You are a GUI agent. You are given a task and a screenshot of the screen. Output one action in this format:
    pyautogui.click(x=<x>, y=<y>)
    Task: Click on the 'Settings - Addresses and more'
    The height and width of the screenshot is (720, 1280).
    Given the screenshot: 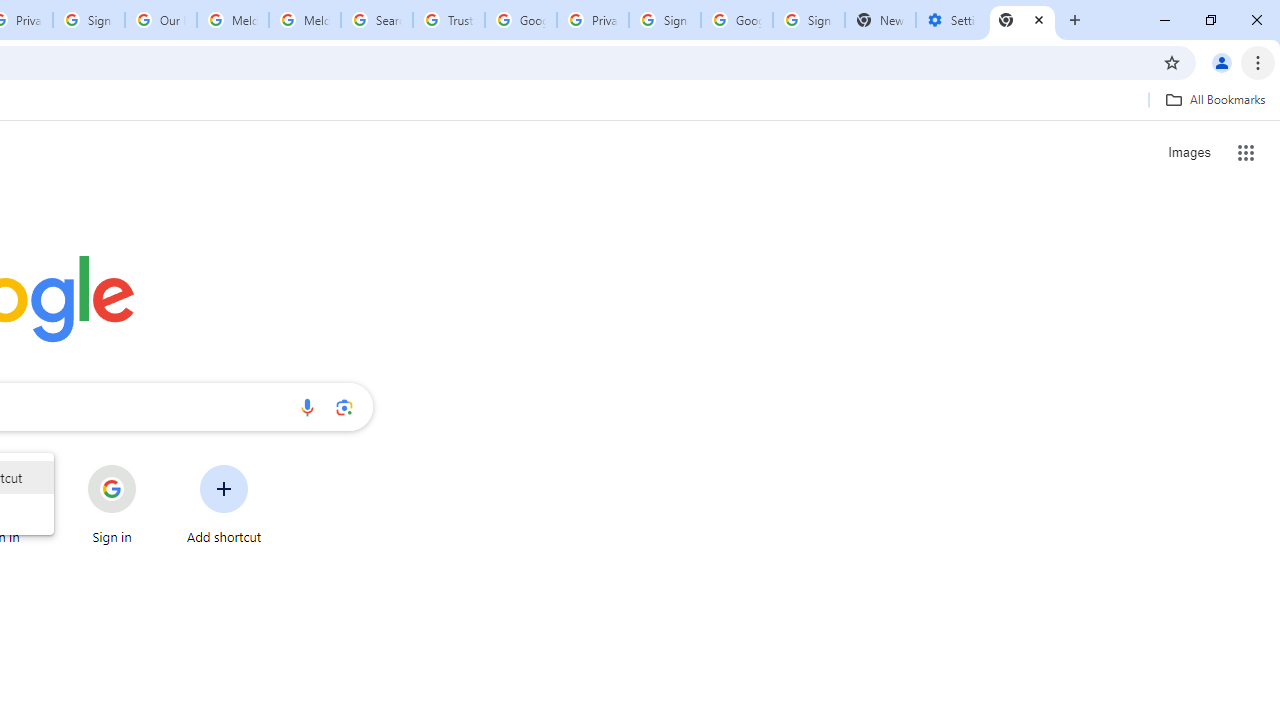 What is the action you would take?
    pyautogui.click(x=950, y=20)
    